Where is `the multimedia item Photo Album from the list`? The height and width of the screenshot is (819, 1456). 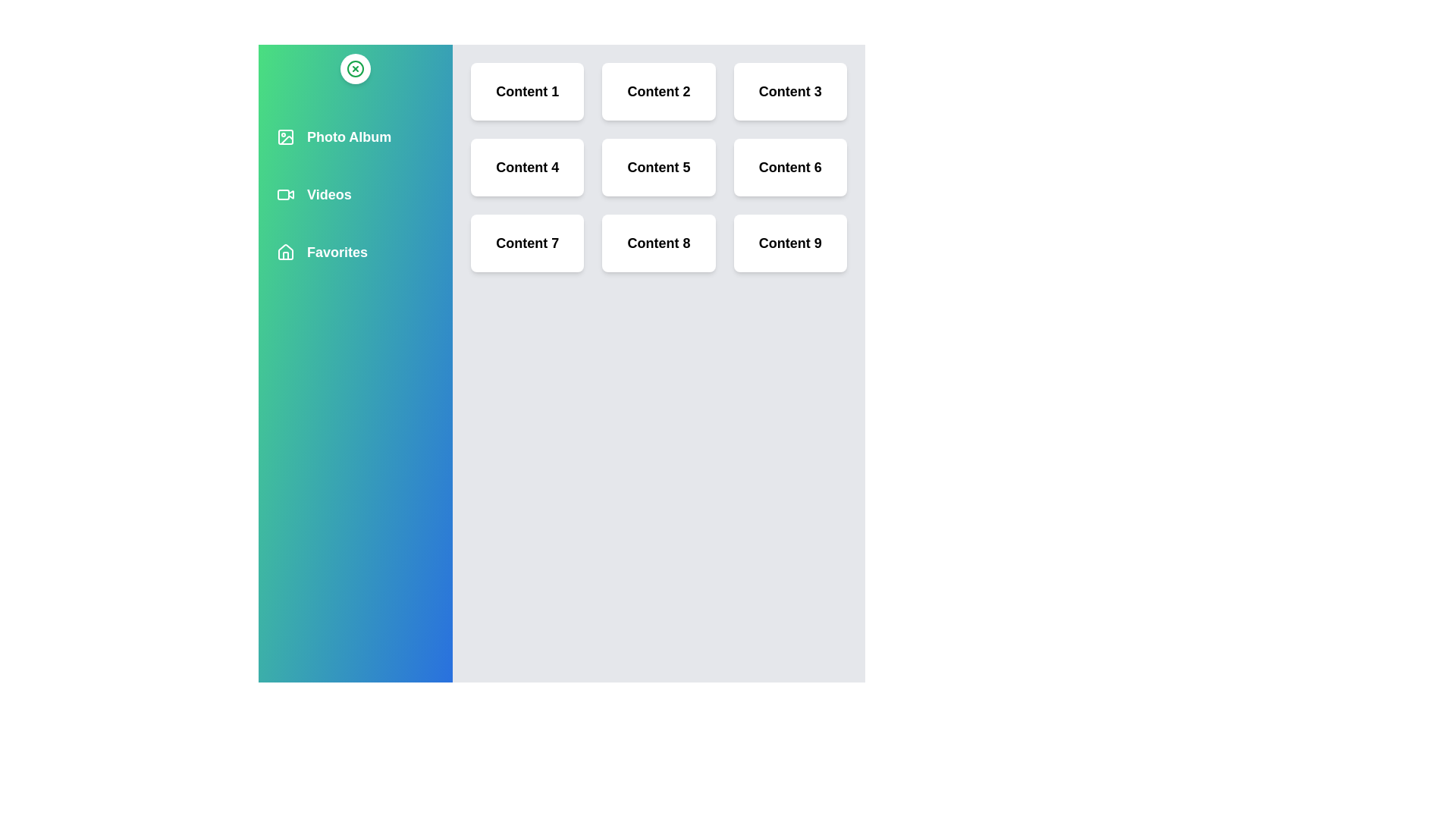
the multimedia item Photo Album from the list is located at coordinates (359, 137).